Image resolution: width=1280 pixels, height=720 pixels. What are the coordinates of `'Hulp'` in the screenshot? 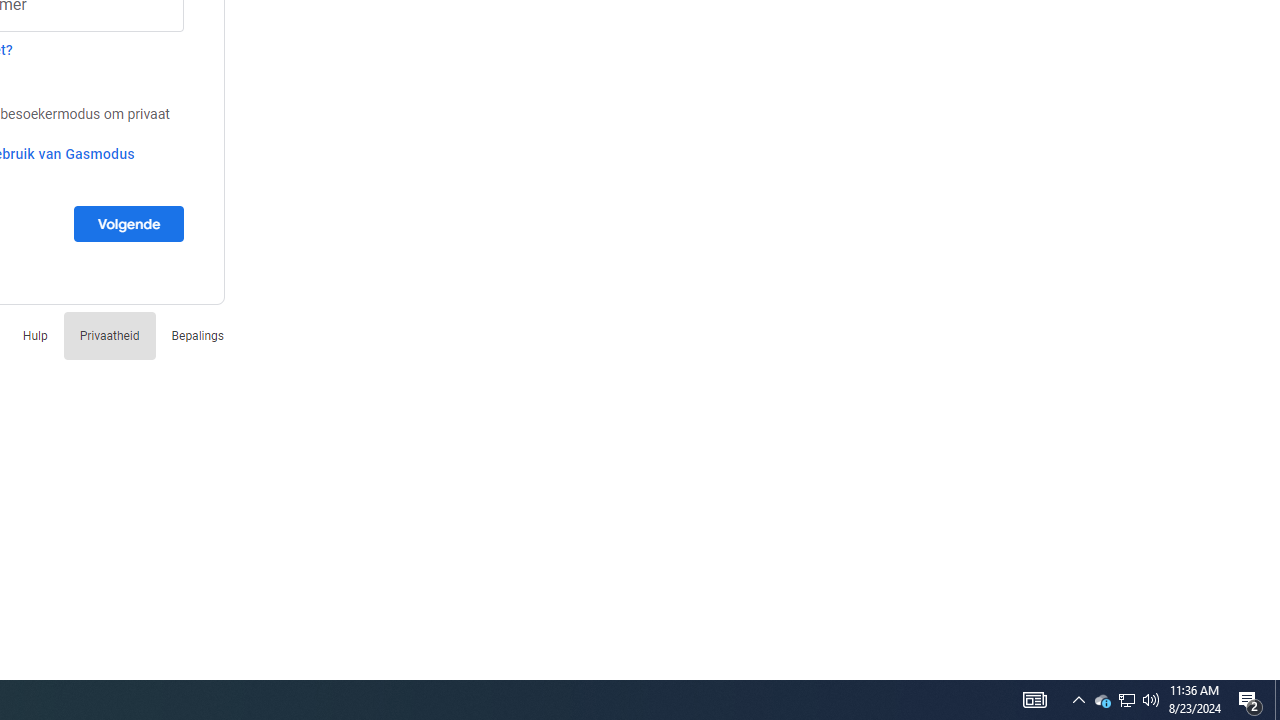 It's located at (35, 334).